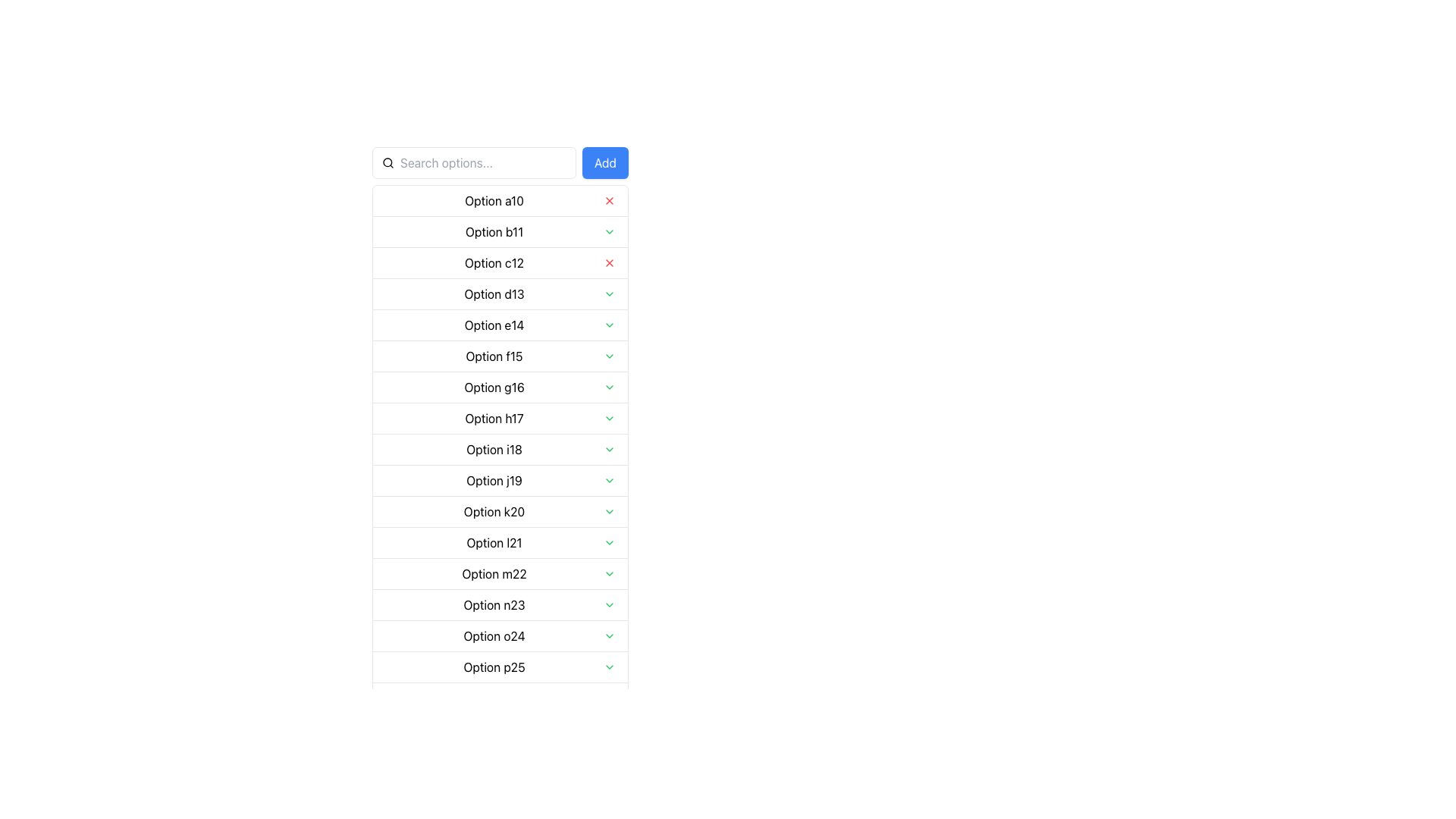  I want to click on the fifteenth selectable option in the dropdown list, positioned between 'Option n23' and 'Option p25', so click(500, 635).